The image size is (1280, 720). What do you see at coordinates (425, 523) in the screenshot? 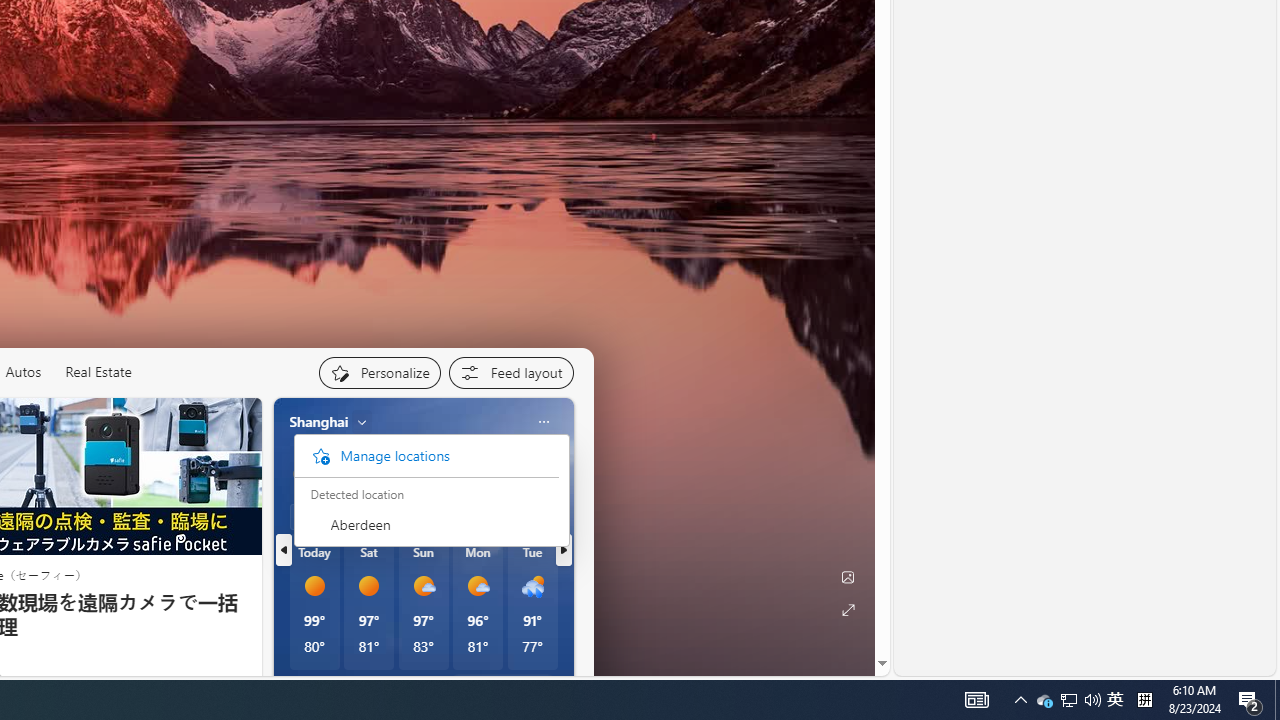
I see `'Aberdeen'` at bounding box center [425, 523].